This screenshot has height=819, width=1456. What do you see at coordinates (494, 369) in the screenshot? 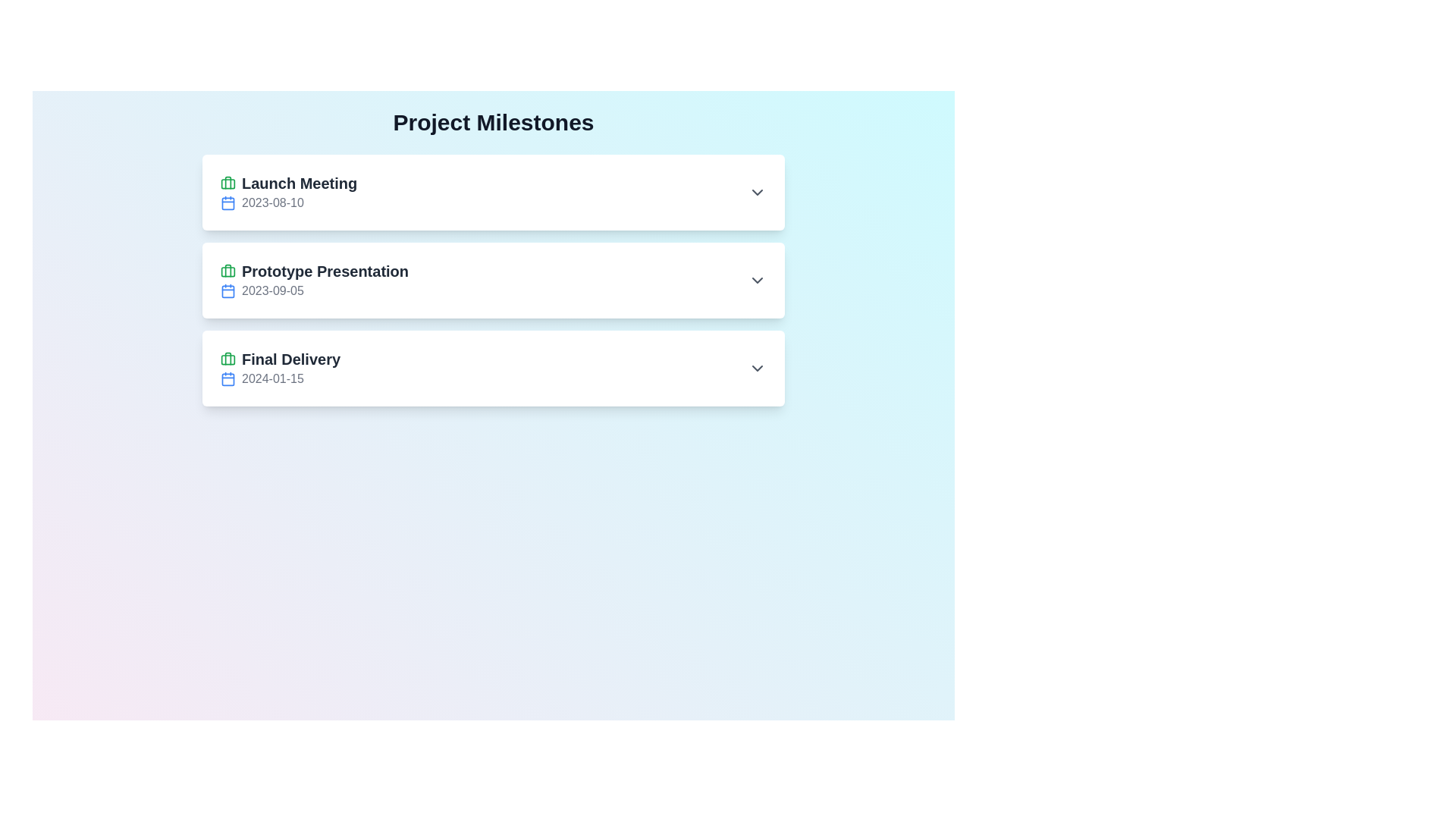
I see `the card-like component labeled 'Final Delivery' that contains a date and two icons, positioned as the third element in a vertical list` at bounding box center [494, 369].